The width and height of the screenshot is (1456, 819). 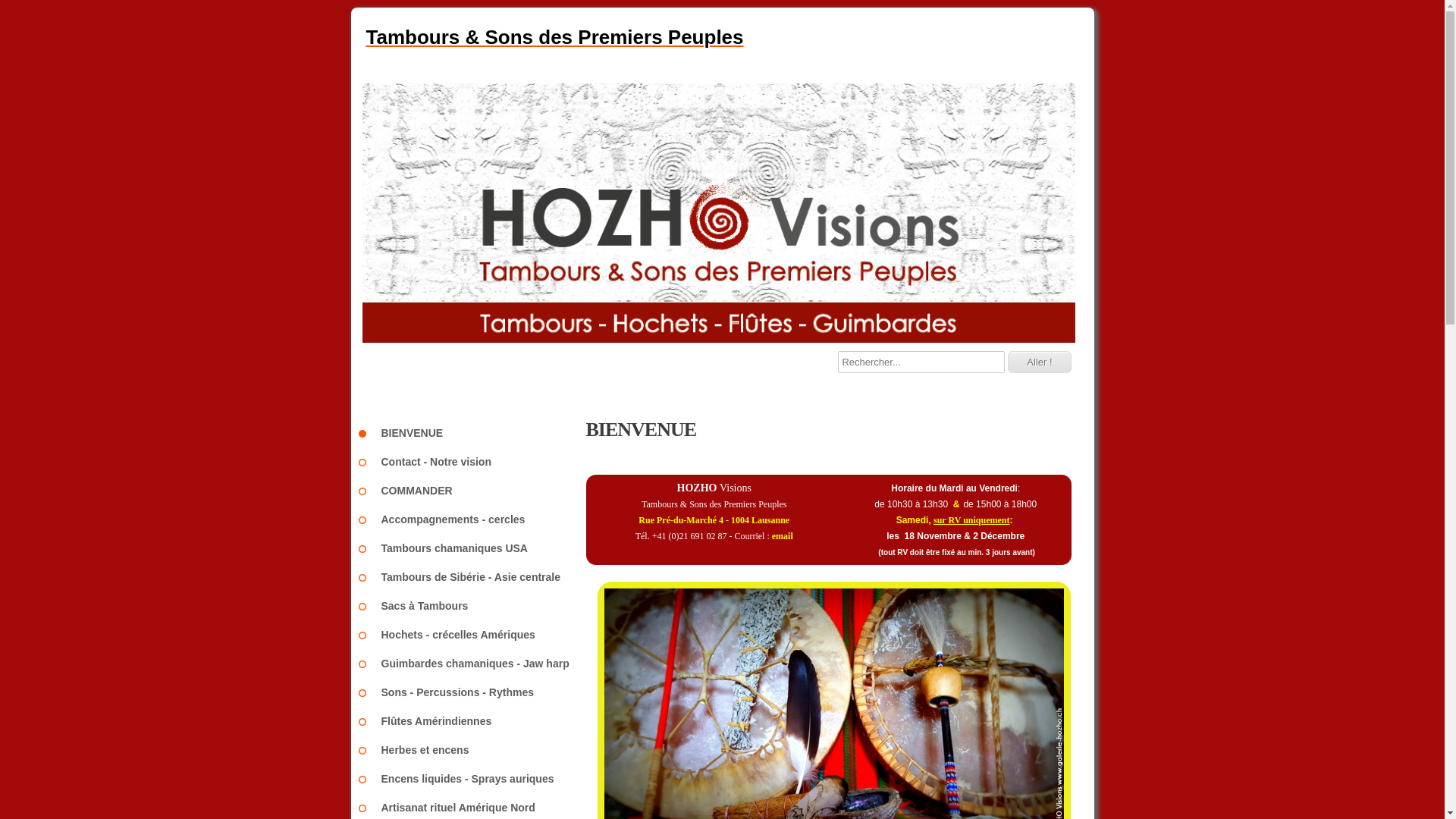 What do you see at coordinates (471, 519) in the screenshot?
I see `'Accompagnements - cercles'` at bounding box center [471, 519].